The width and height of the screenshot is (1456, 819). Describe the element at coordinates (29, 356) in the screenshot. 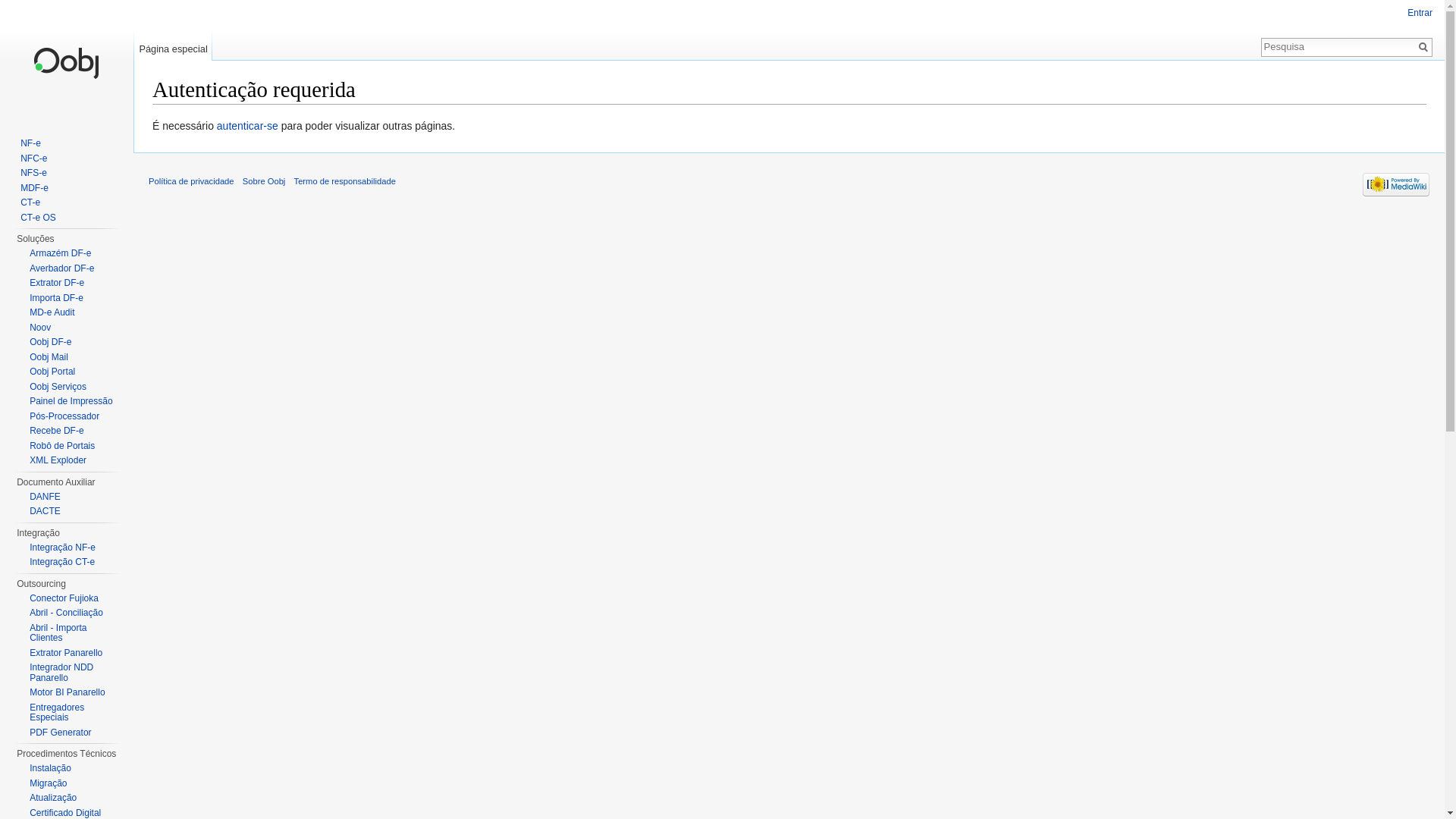

I see `'Oobj Mail'` at that location.